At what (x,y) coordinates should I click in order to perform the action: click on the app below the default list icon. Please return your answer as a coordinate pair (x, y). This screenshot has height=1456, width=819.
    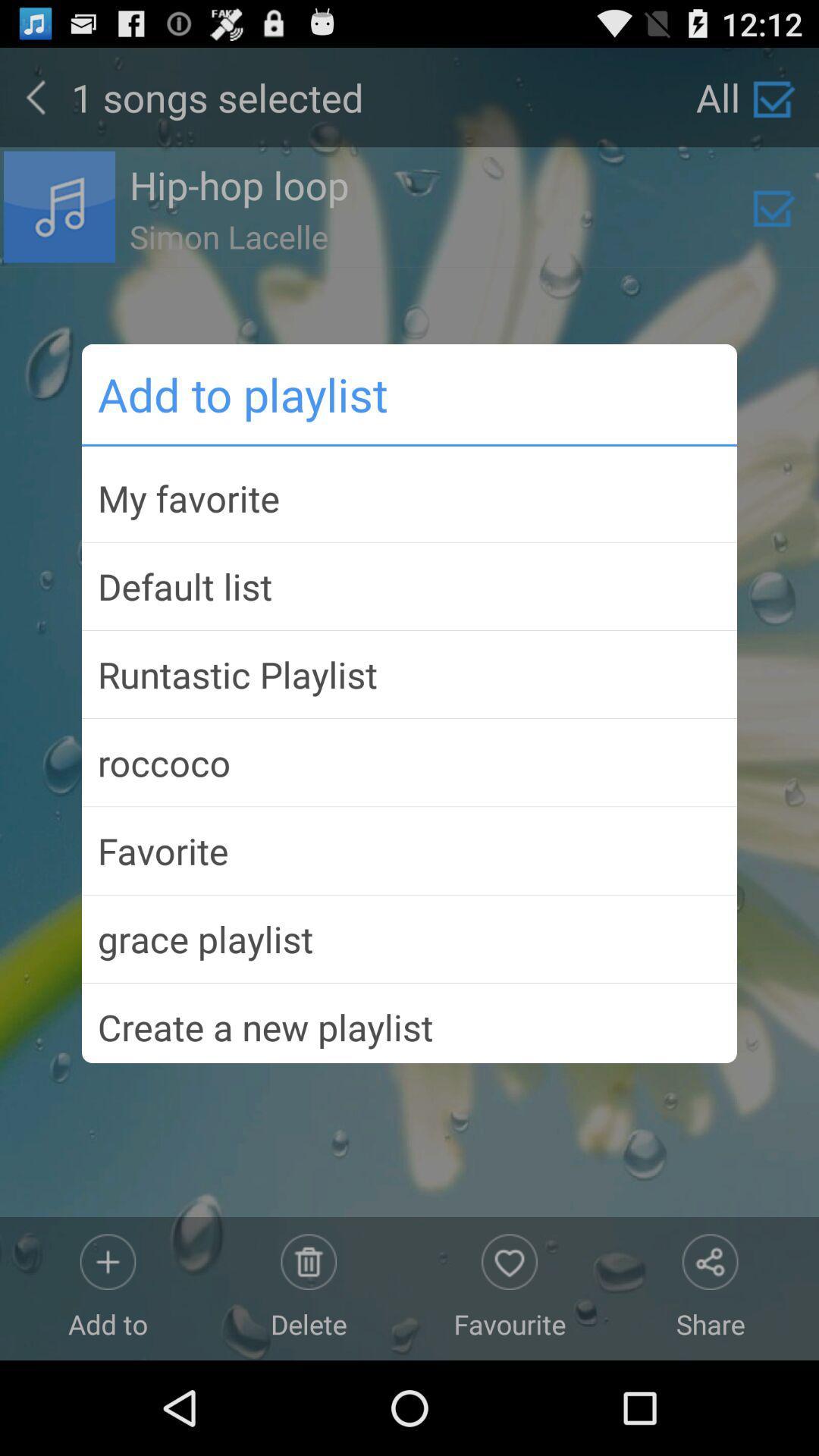
    Looking at the image, I should click on (409, 673).